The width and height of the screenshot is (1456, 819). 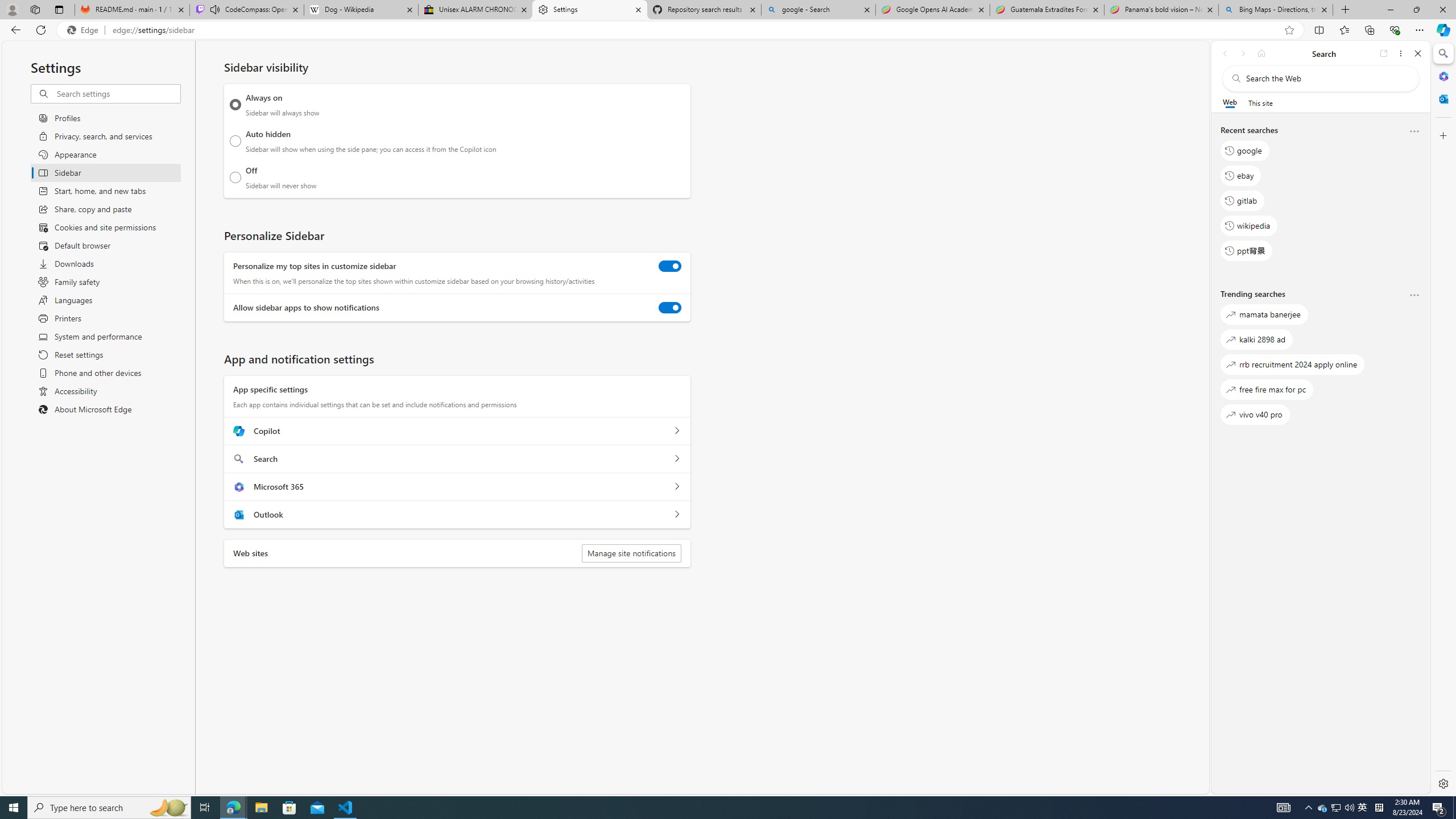 I want to click on 'vivo v40 pro', so click(x=1254, y=414).